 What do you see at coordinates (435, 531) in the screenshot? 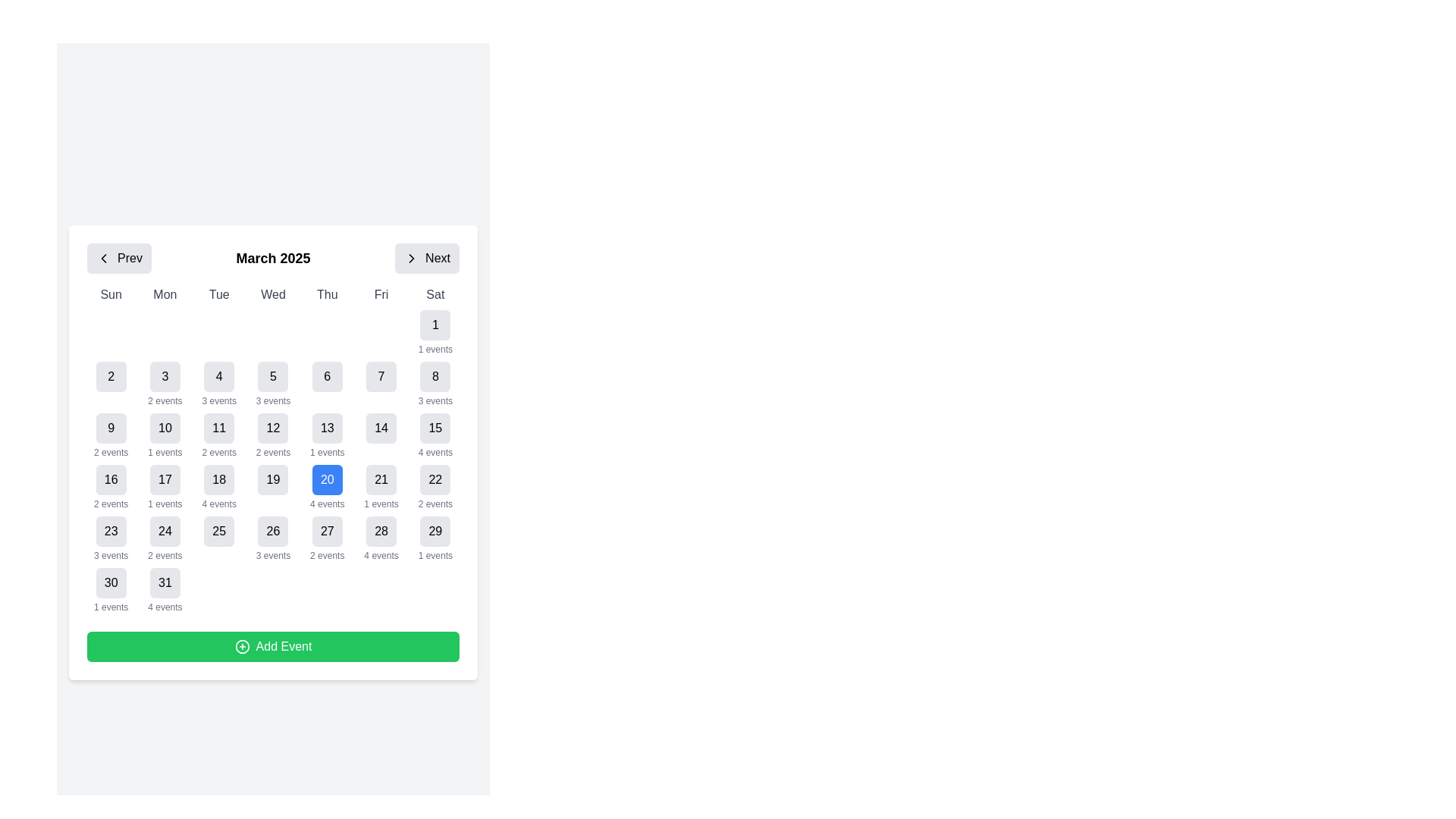
I see `the button displaying the number '29' in bold black text within a calendar grid layout` at bounding box center [435, 531].